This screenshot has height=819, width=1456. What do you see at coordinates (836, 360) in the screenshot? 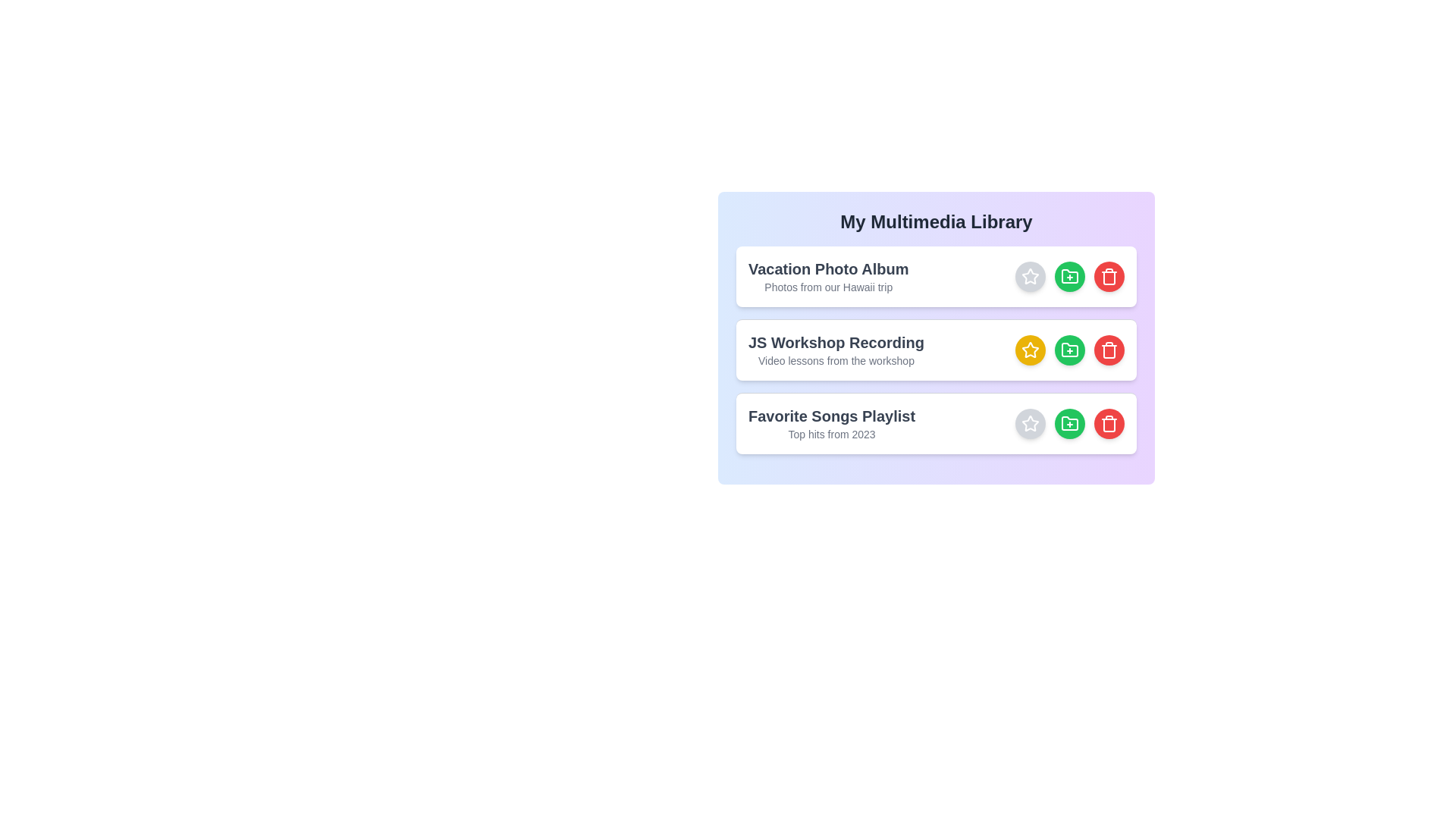
I see `supplementary text label below the bolded title 'JS Workshop Recording' to gain information about the workshop` at bounding box center [836, 360].